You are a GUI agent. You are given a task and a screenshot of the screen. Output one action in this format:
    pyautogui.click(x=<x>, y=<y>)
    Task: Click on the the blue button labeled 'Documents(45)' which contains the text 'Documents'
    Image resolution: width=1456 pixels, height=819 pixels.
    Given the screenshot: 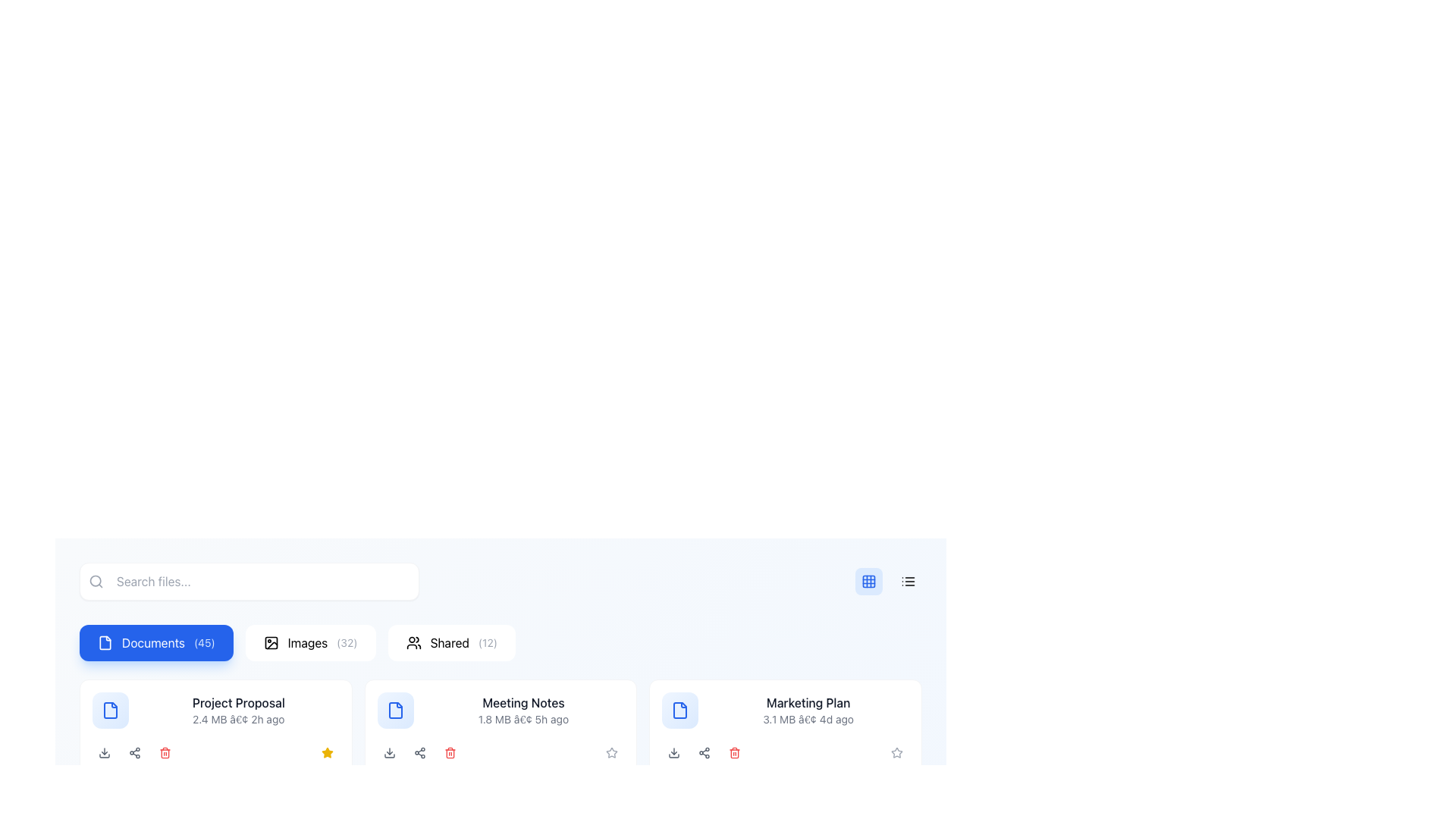 What is the action you would take?
    pyautogui.click(x=153, y=643)
    